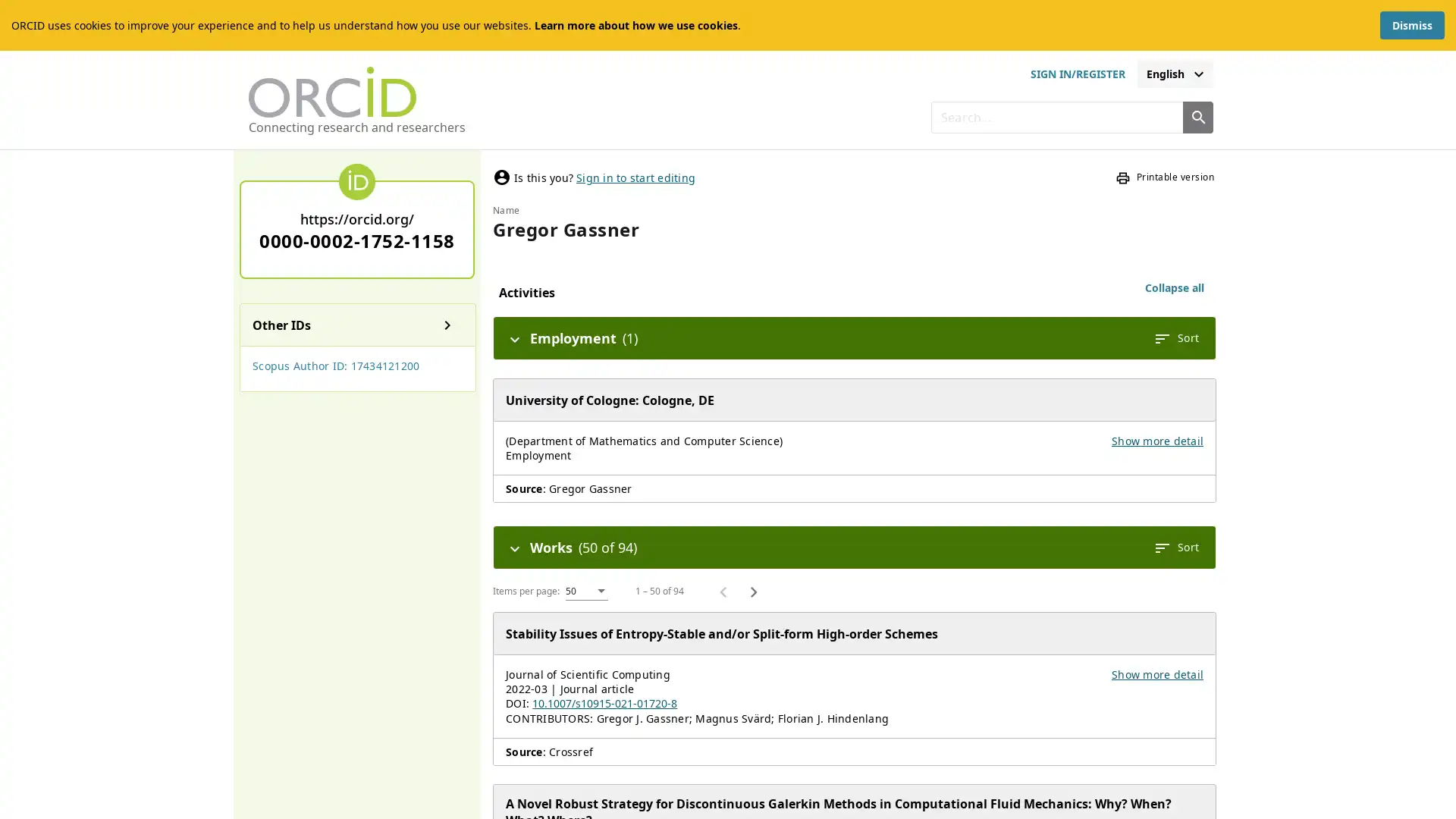  Describe the element at coordinates (447, 324) in the screenshot. I see `Show details` at that location.